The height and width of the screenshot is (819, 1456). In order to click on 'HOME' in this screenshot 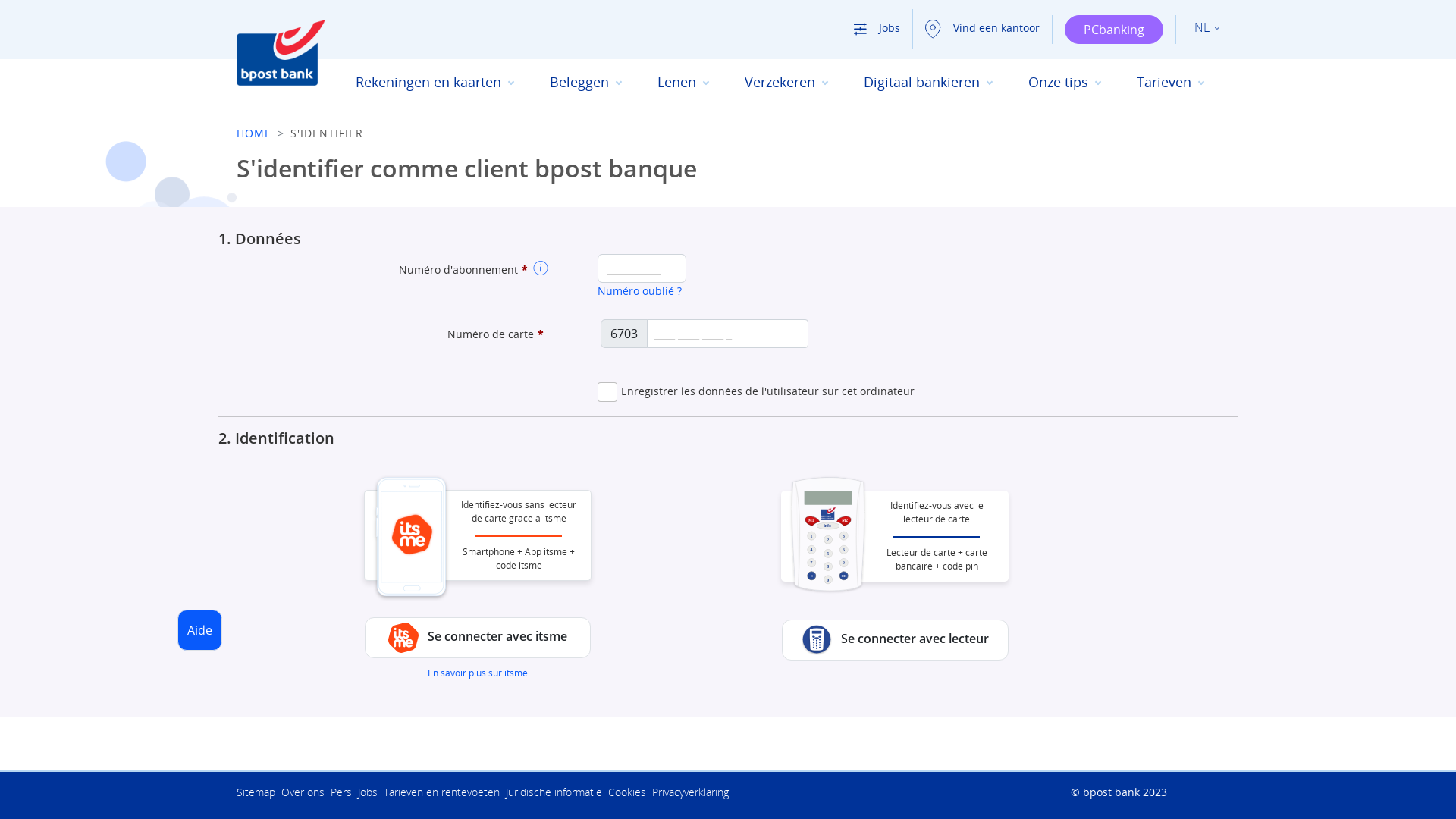, I will do `click(254, 132)`.